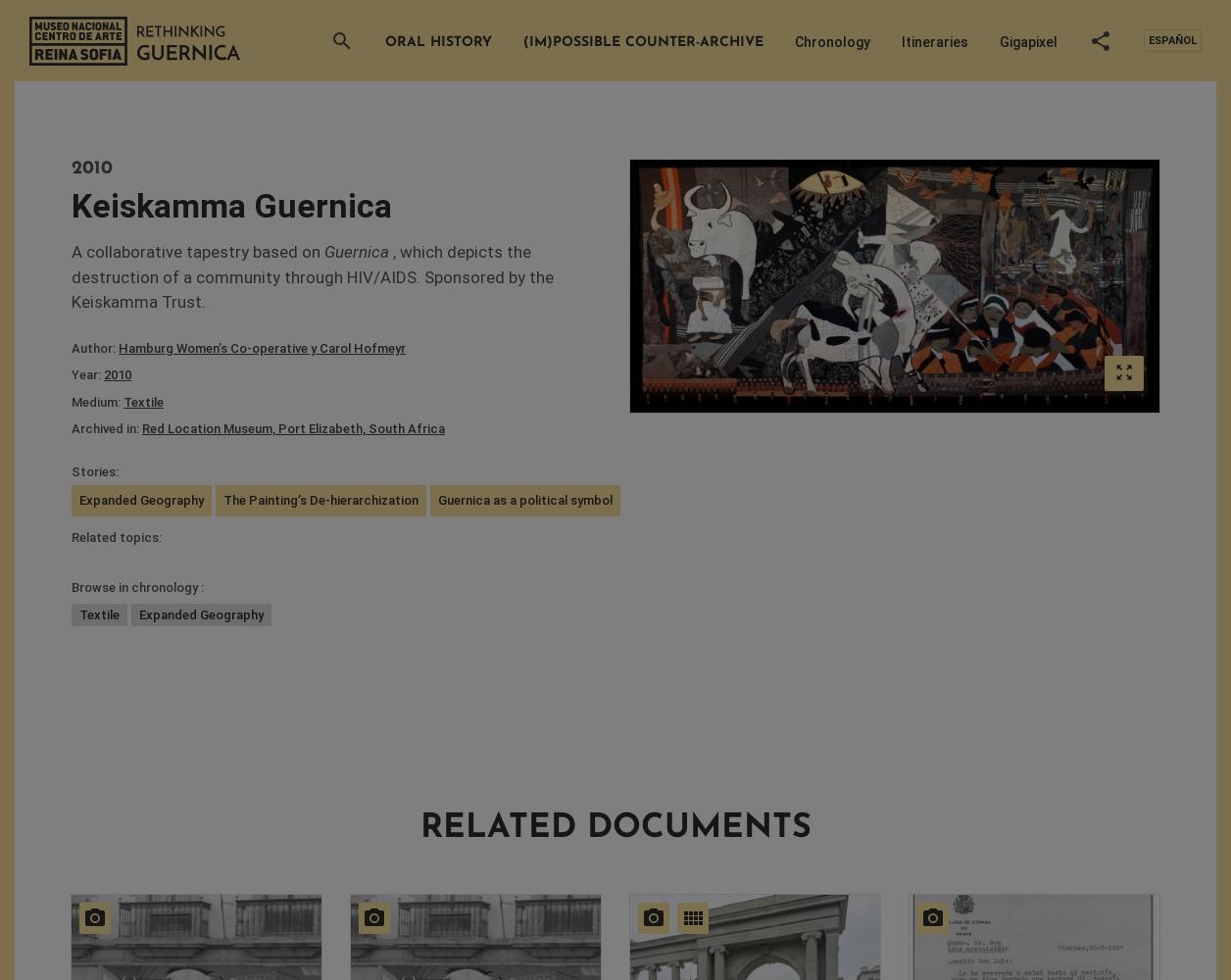  I want to click on 'Browse in chronology :', so click(71, 586).